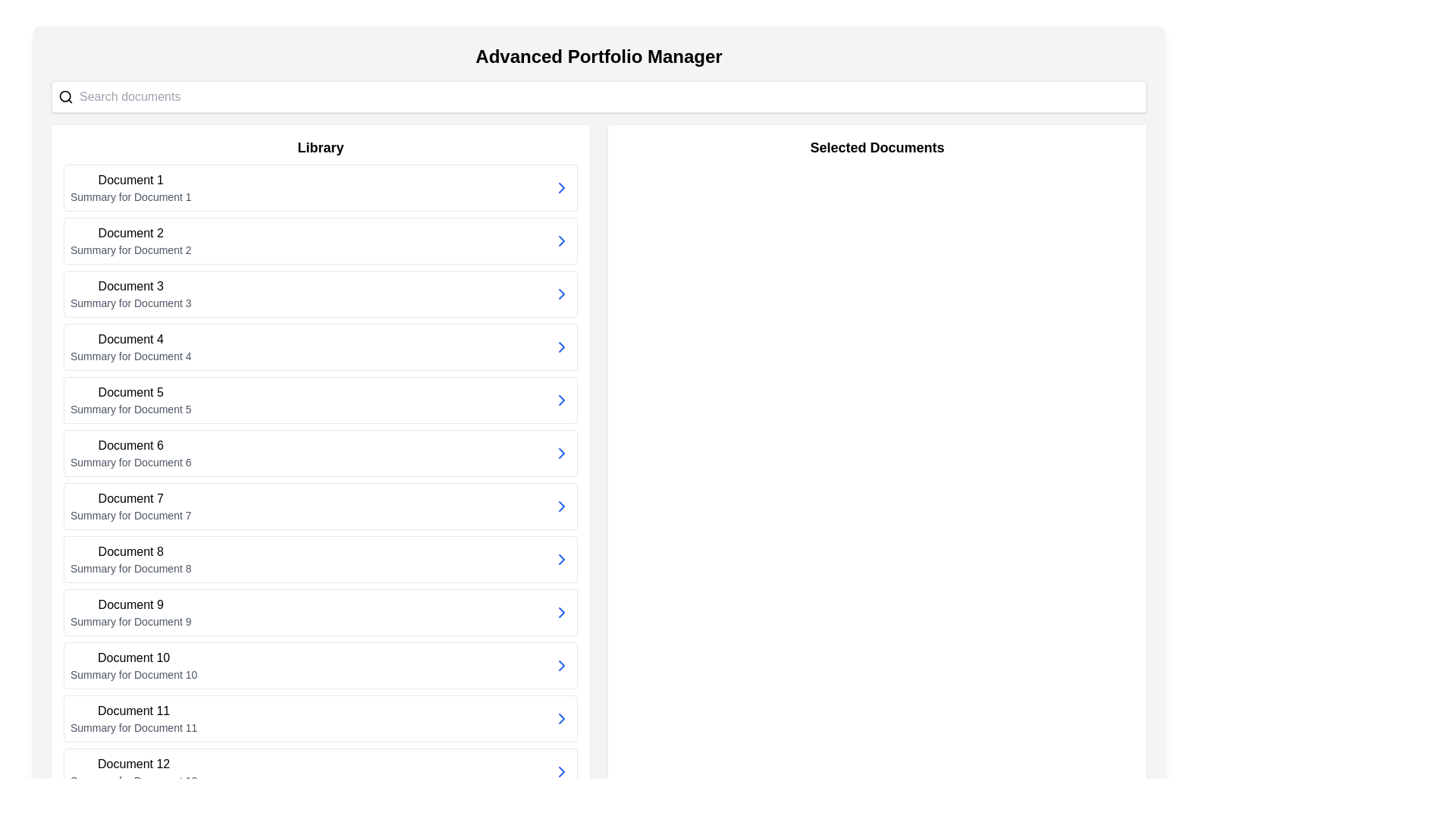 The height and width of the screenshot is (819, 1456). I want to click on the List item containing 'Document 4' with the summary 'Summary for Document 4' located in the Library section, so click(130, 347).